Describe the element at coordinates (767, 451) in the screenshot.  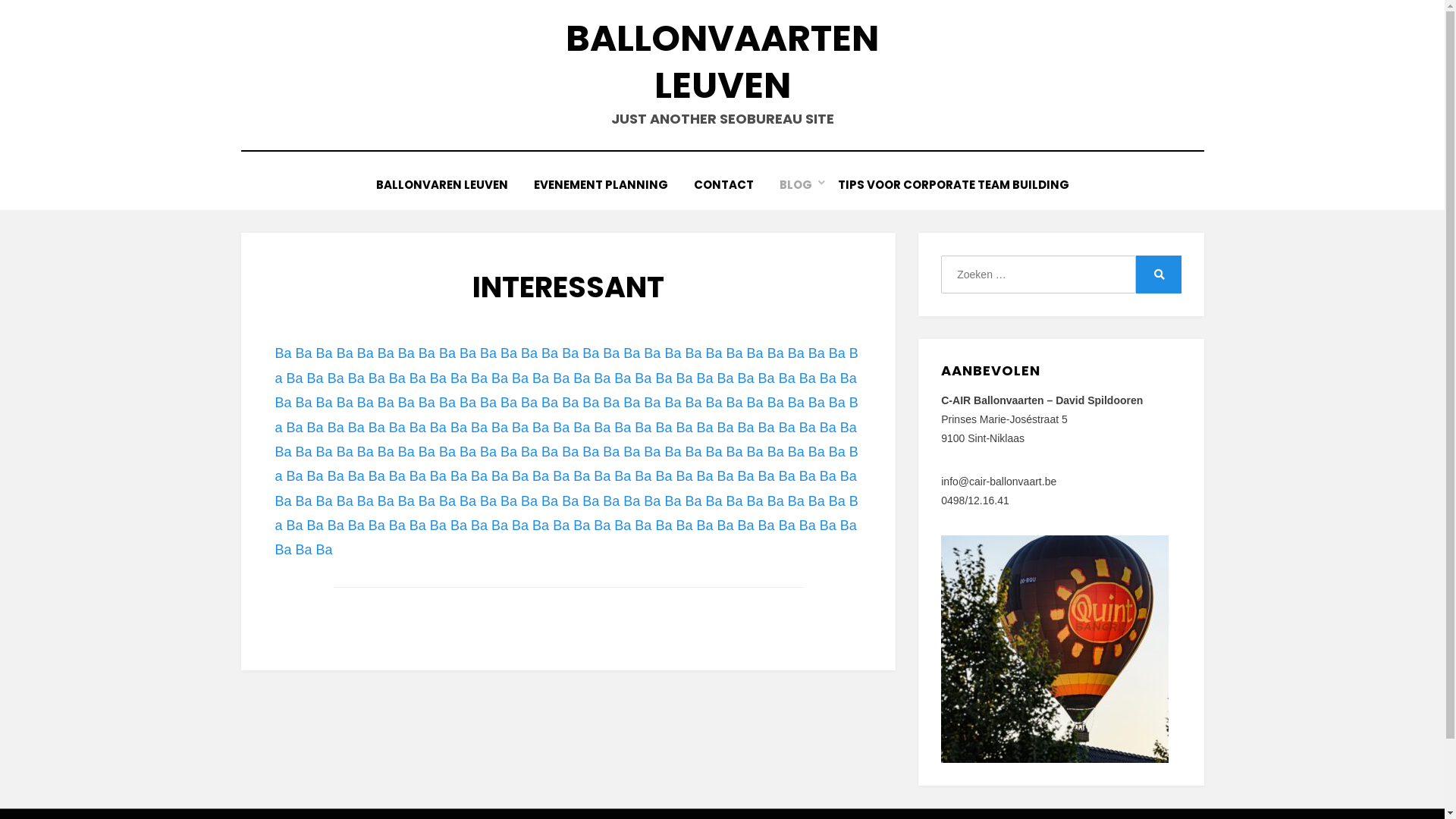
I see `'Ba'` at that location.